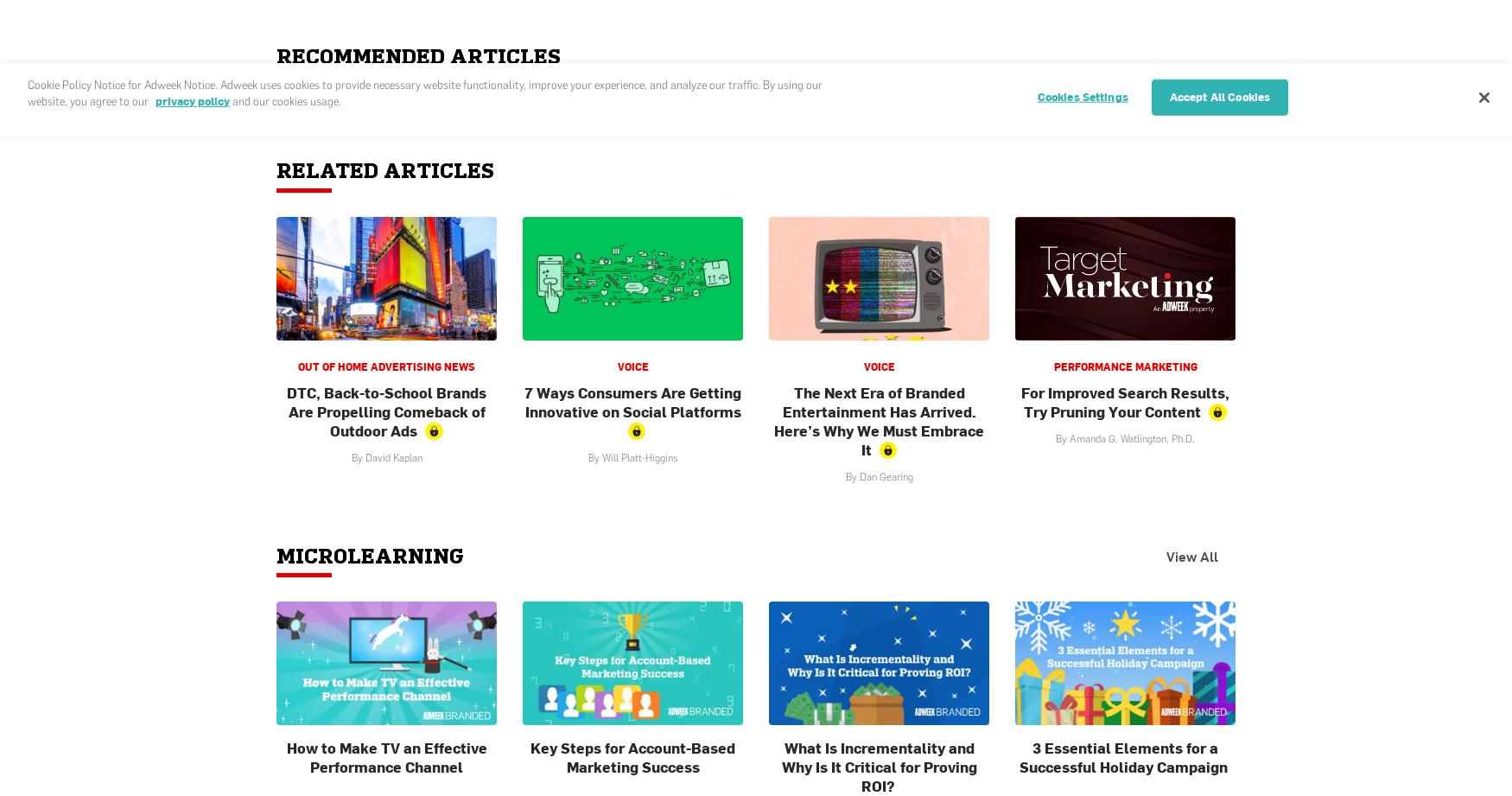  Describe the element at coordinates (1069, 437) in the screenshot. I see `'Amanda G. Watlington, Ph.D.'` at that location.